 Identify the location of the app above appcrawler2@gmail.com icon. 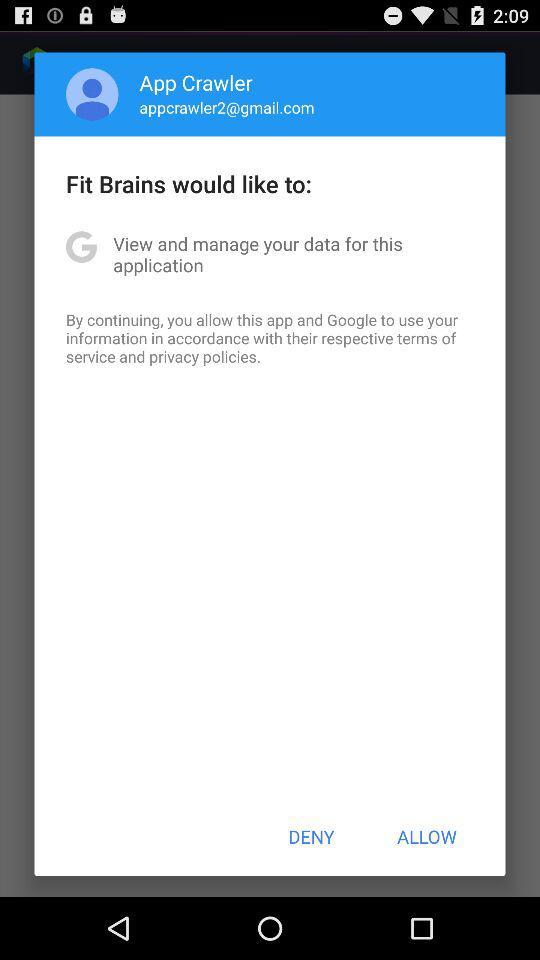
(196, 82).